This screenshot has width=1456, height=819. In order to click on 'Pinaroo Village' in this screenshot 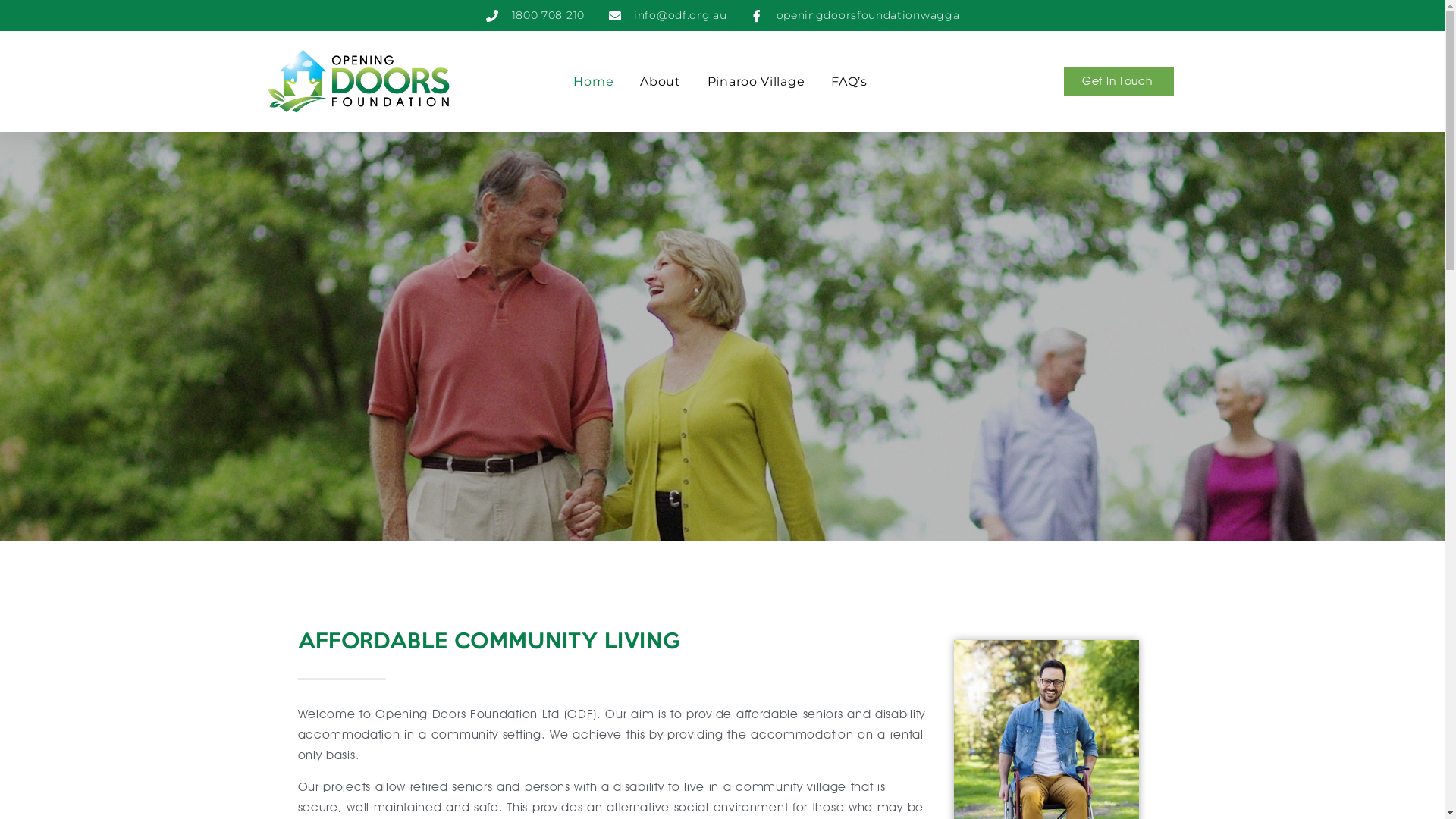, I will do `click(706, 82)`.